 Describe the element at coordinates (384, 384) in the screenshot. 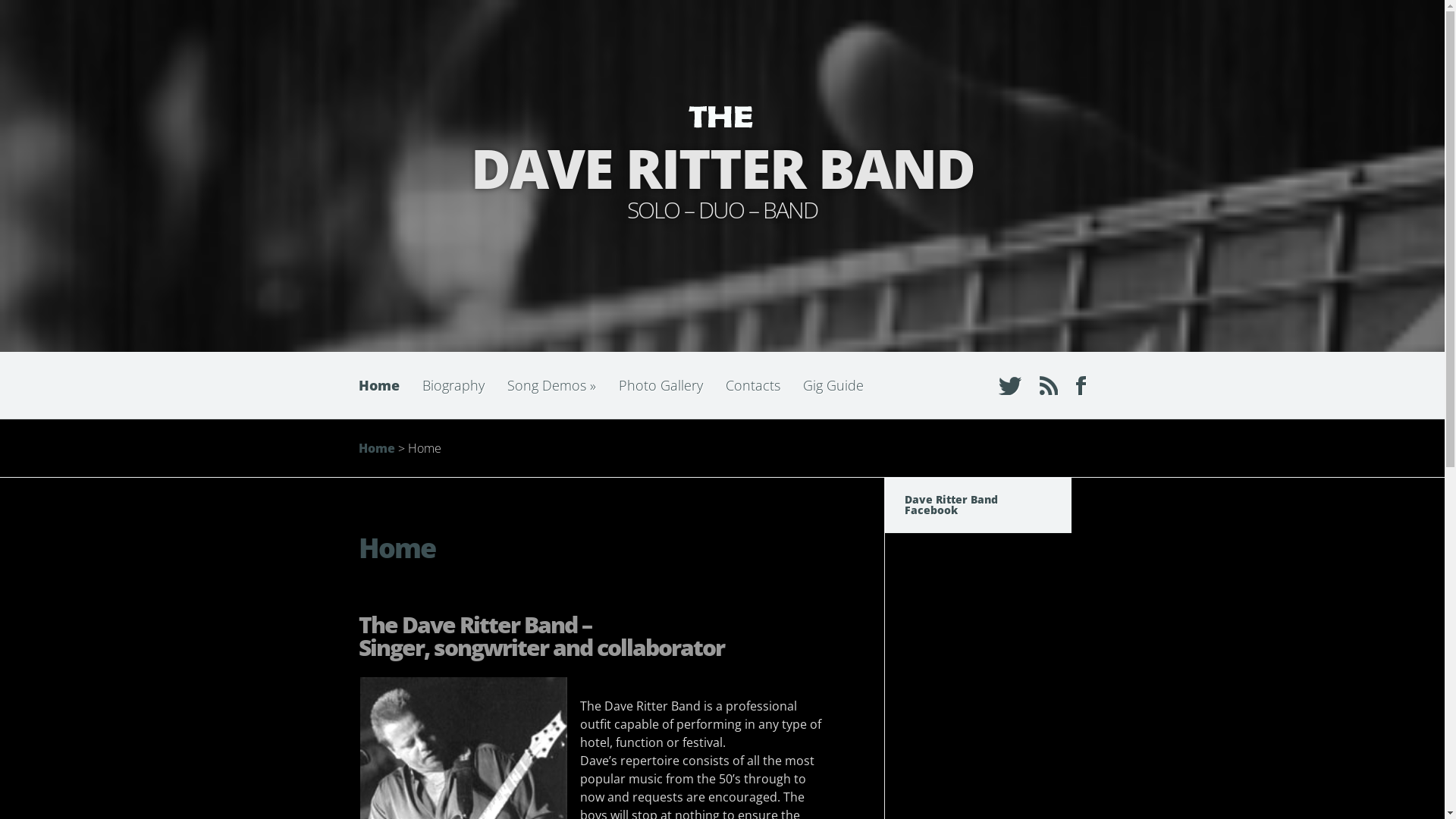

I see `'Home'` at that location.